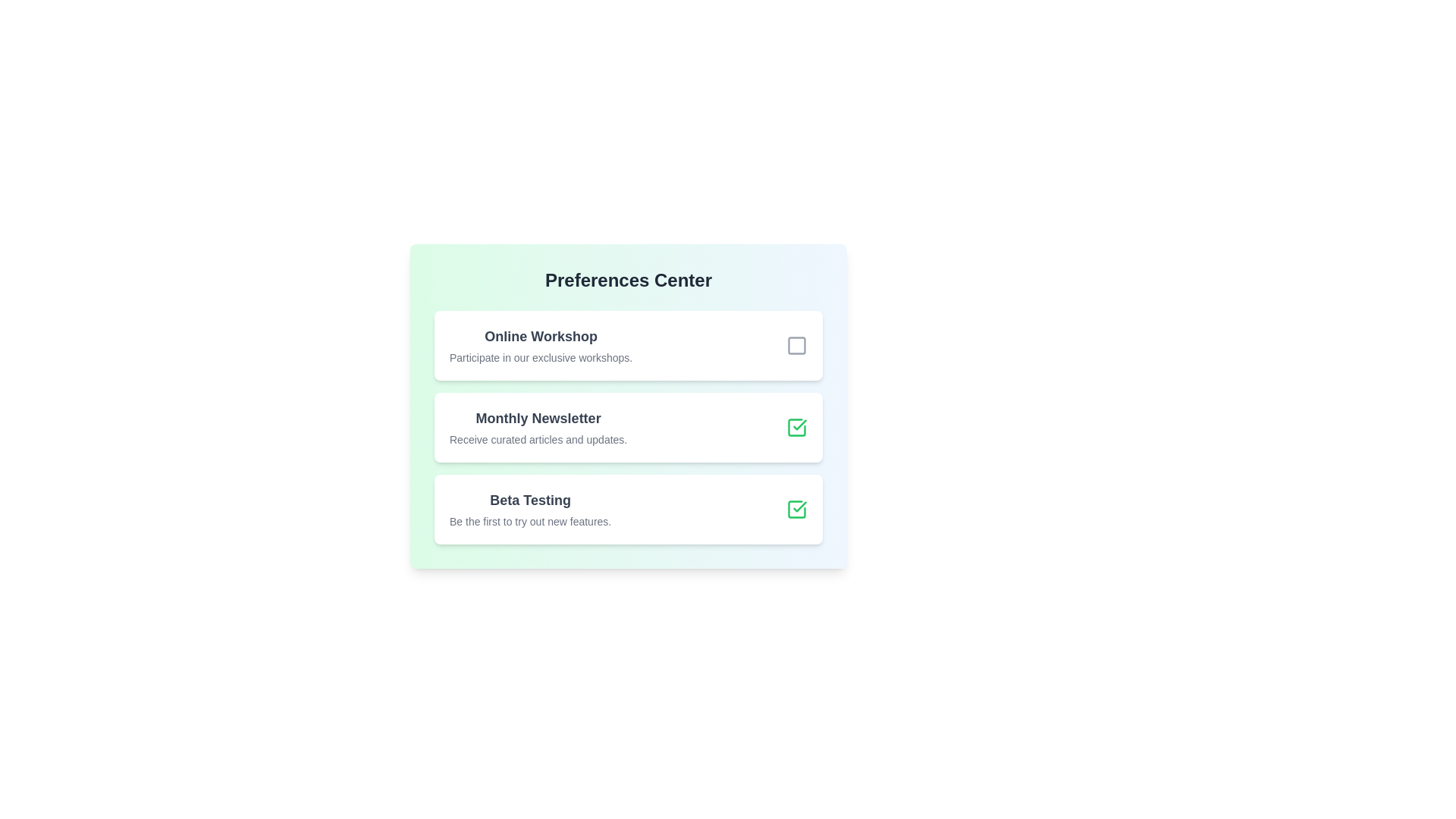 The width and height of the screenshot is (1456, 819). What do you see at coordinates (796, 509) in the screenshot?
I see `the checkbox with a green checkmark indicating selection, located in the 'Beta Testing' section of the 'Preferences Center' list` at bounding box center [796, 509].